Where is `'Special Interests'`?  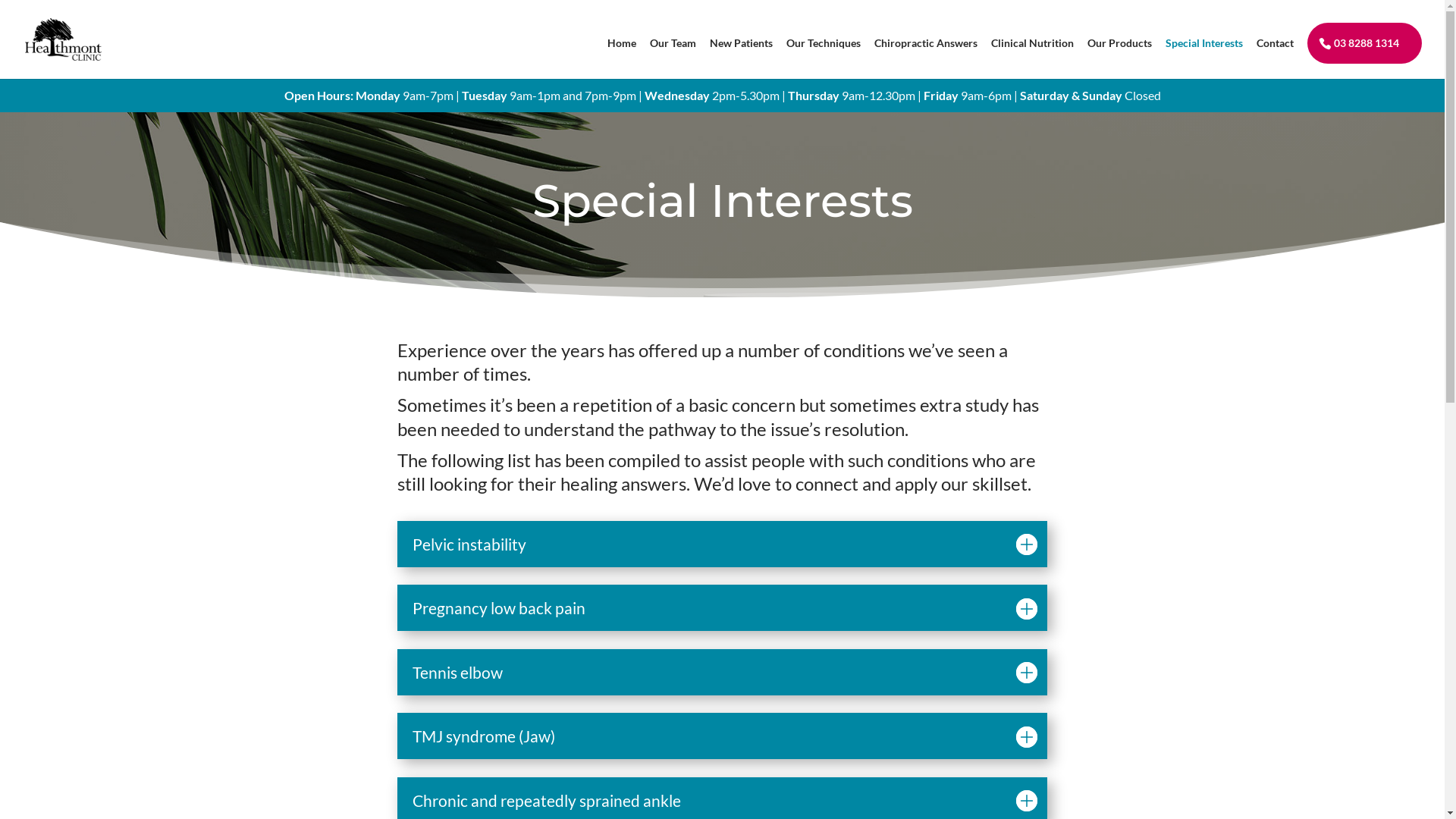
'Special Interests' is located at coordinates (1203, 54).